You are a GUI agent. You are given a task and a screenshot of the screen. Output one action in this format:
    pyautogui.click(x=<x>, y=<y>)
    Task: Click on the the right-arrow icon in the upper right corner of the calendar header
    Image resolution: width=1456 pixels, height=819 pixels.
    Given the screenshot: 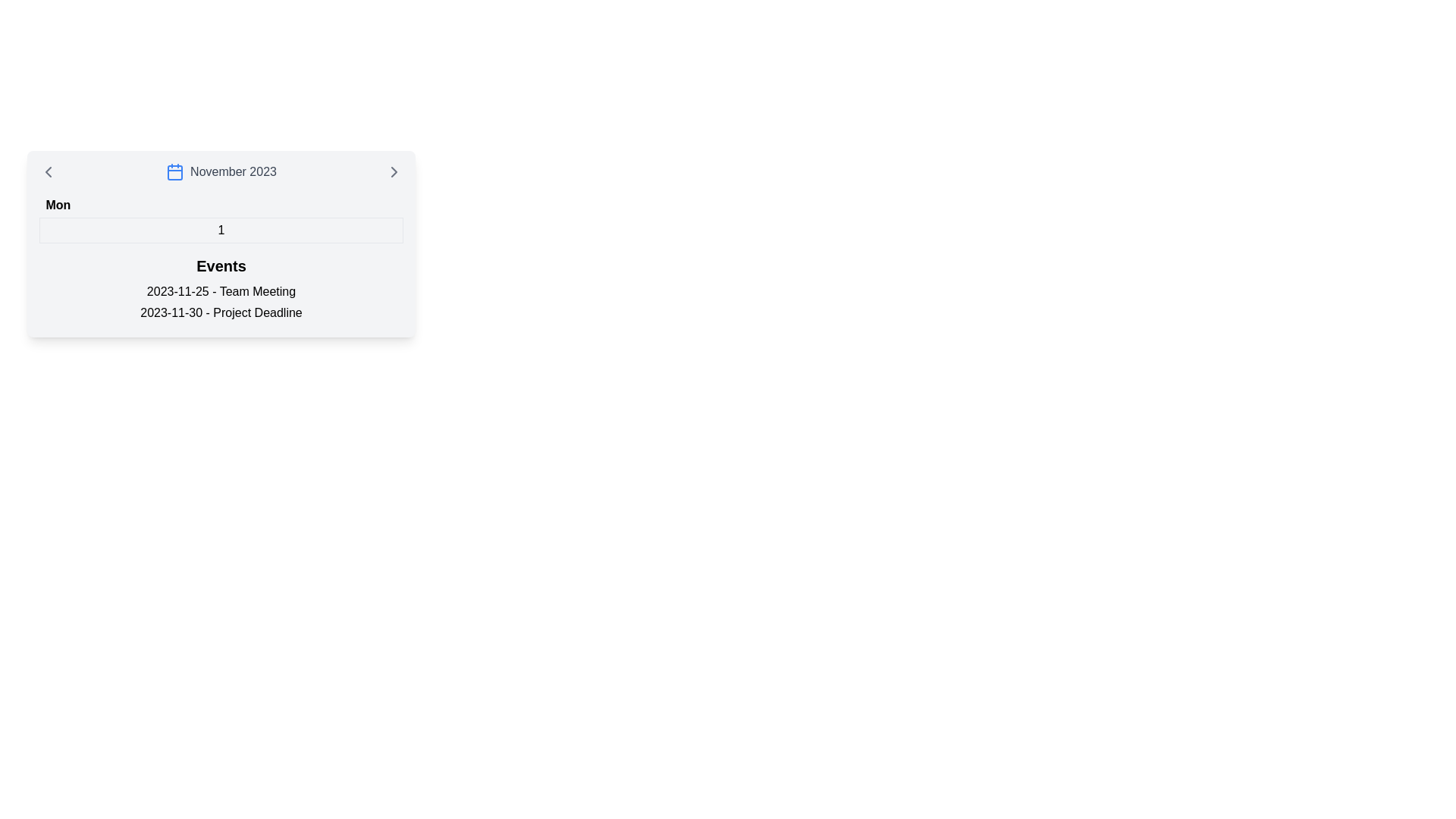 What is the action you would take?
    pyautogui.click(x=394, y=171)
    